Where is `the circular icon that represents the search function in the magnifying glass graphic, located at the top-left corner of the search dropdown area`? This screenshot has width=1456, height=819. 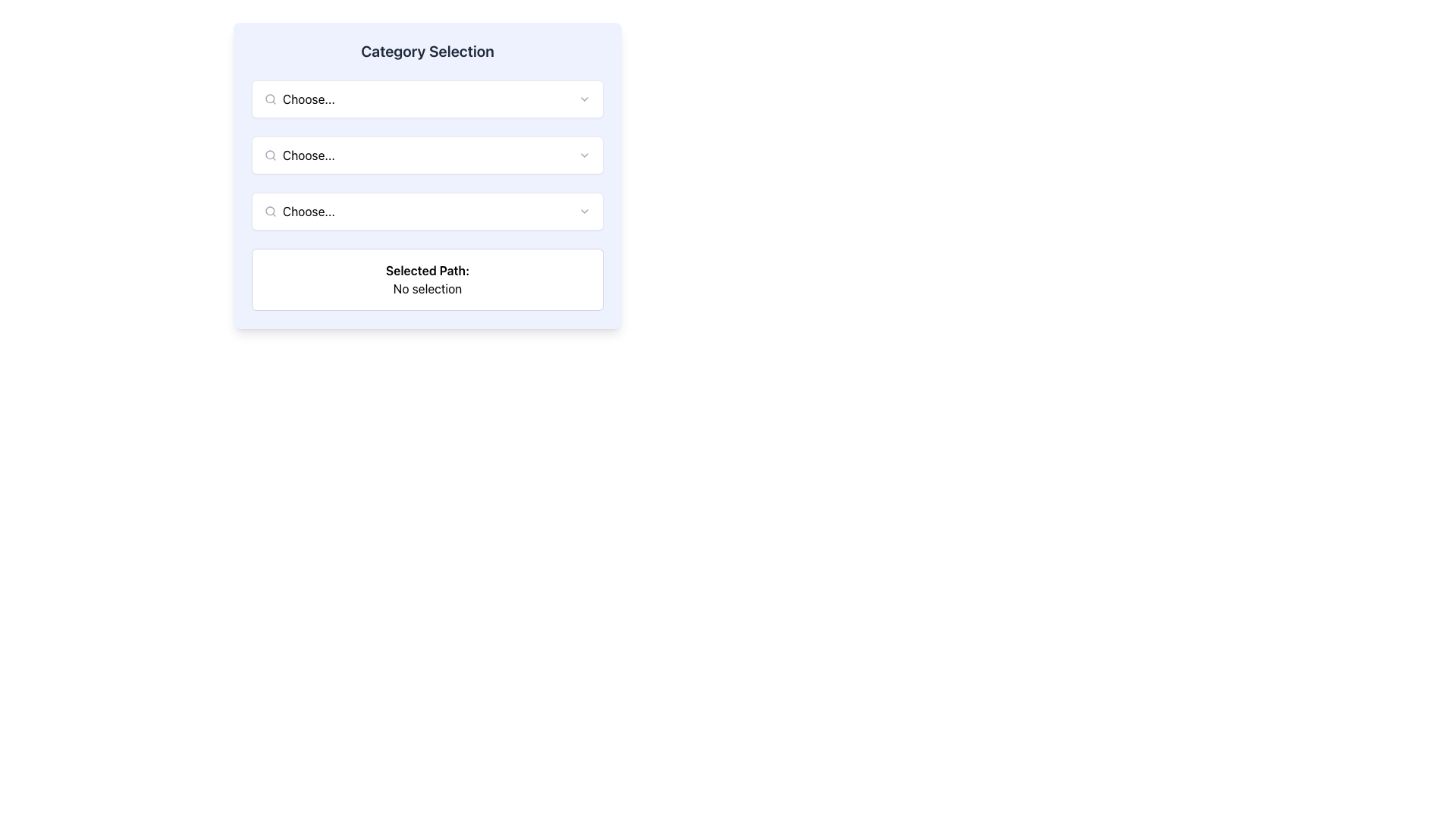 the circular icon that represents the search function in the magnifying glass graphic, located at the top-left corner of the search dropdown area is located at coordinates (270, 99).